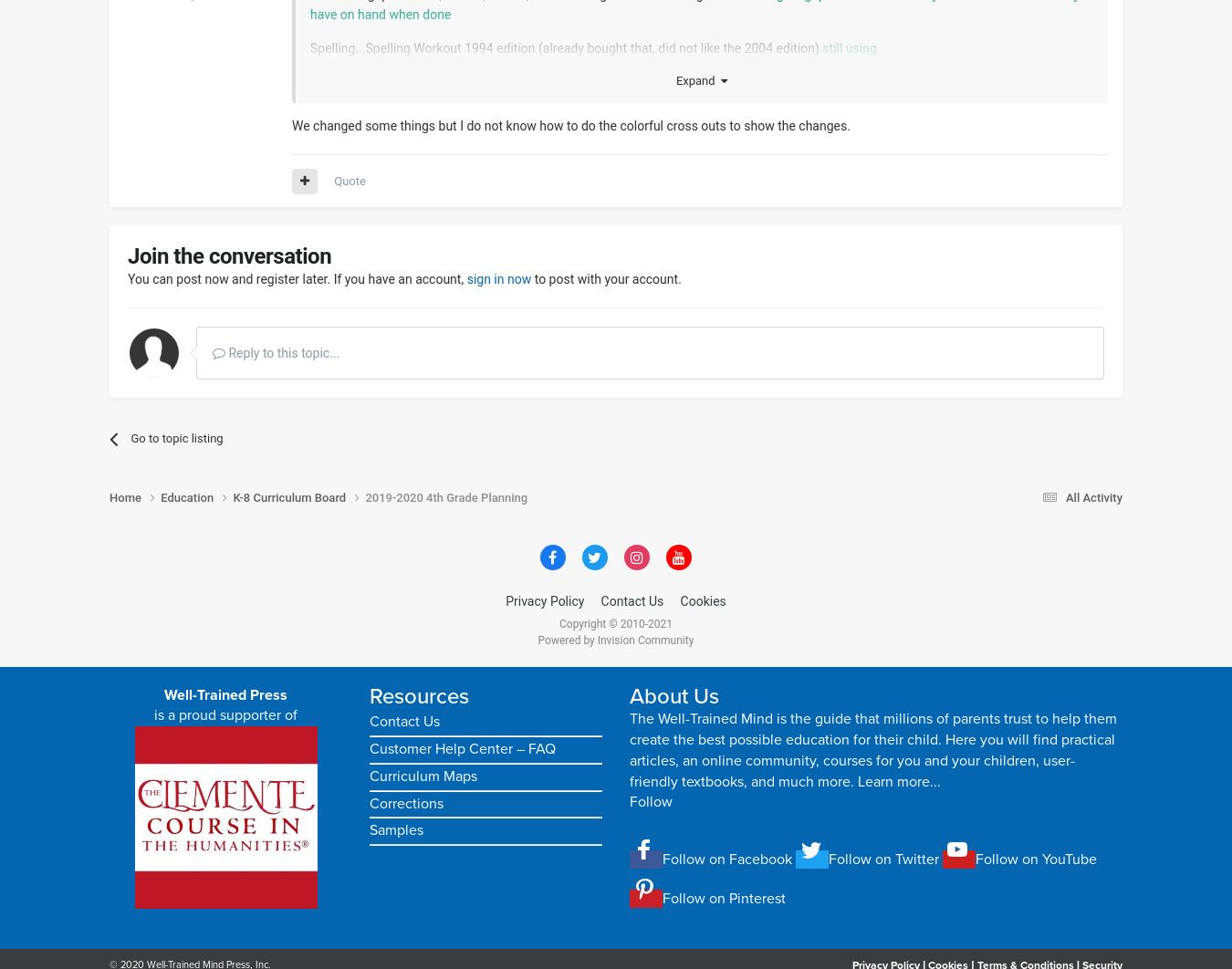  I want to click on 'Expand', so click(673, 79).